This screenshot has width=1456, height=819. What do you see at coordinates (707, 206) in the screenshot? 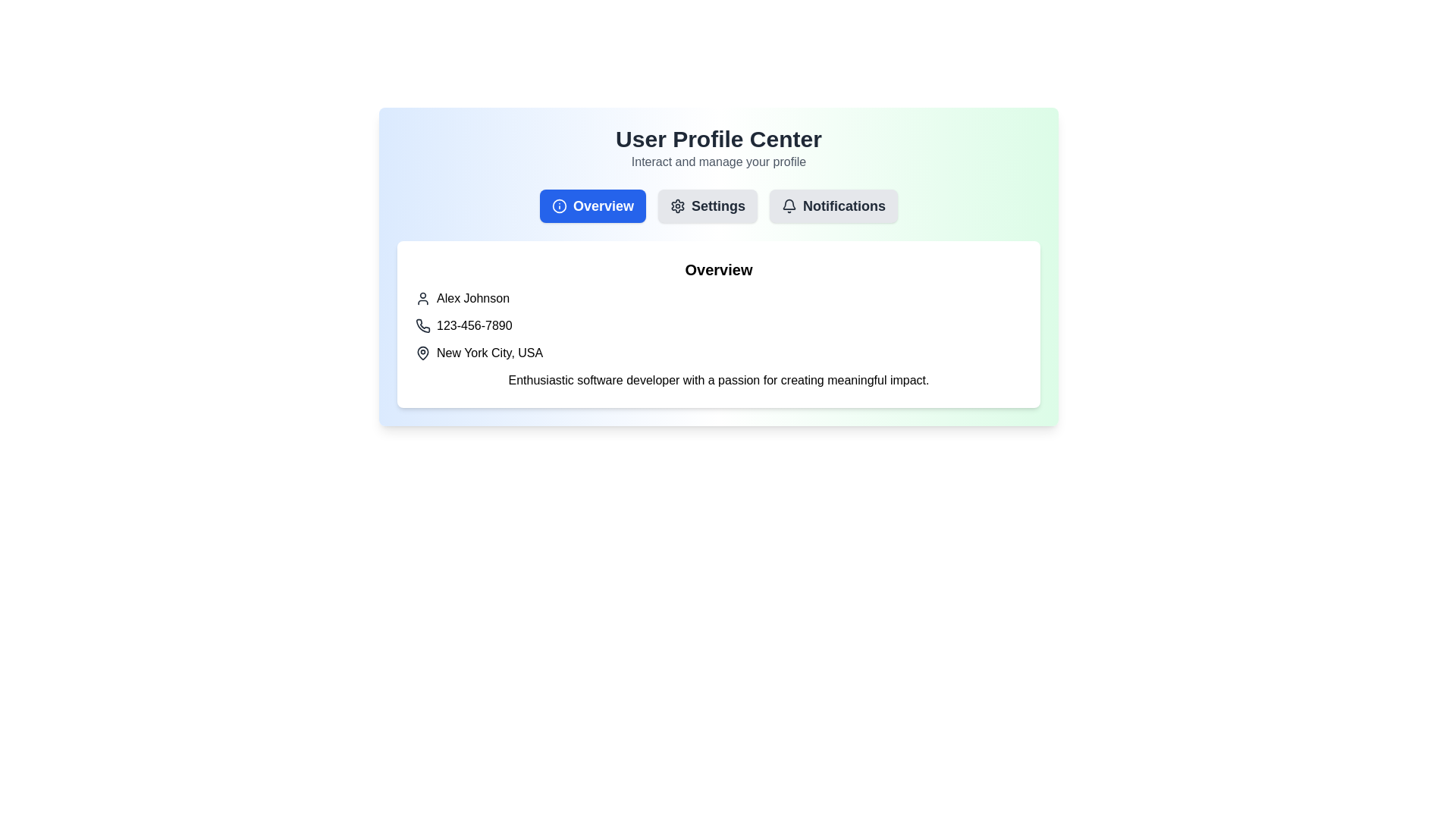
I see `the 'Settings' button, the second button in a horizontal group of three, to observe a background color change to blue` at bounding box center [707, 206].